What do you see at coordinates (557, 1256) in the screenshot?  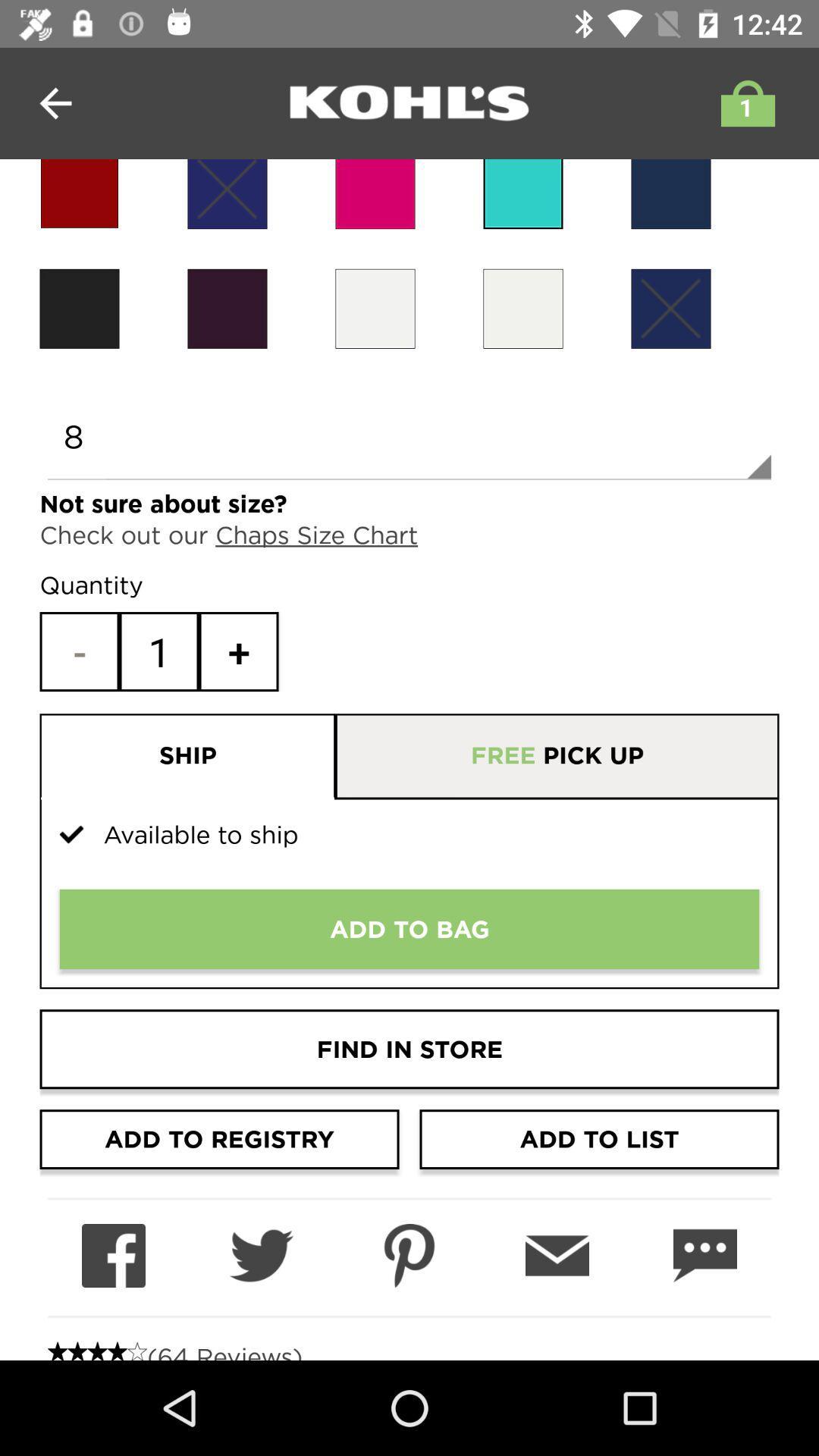 I see `send product information to my email address` at bounding box center [557, 1256].